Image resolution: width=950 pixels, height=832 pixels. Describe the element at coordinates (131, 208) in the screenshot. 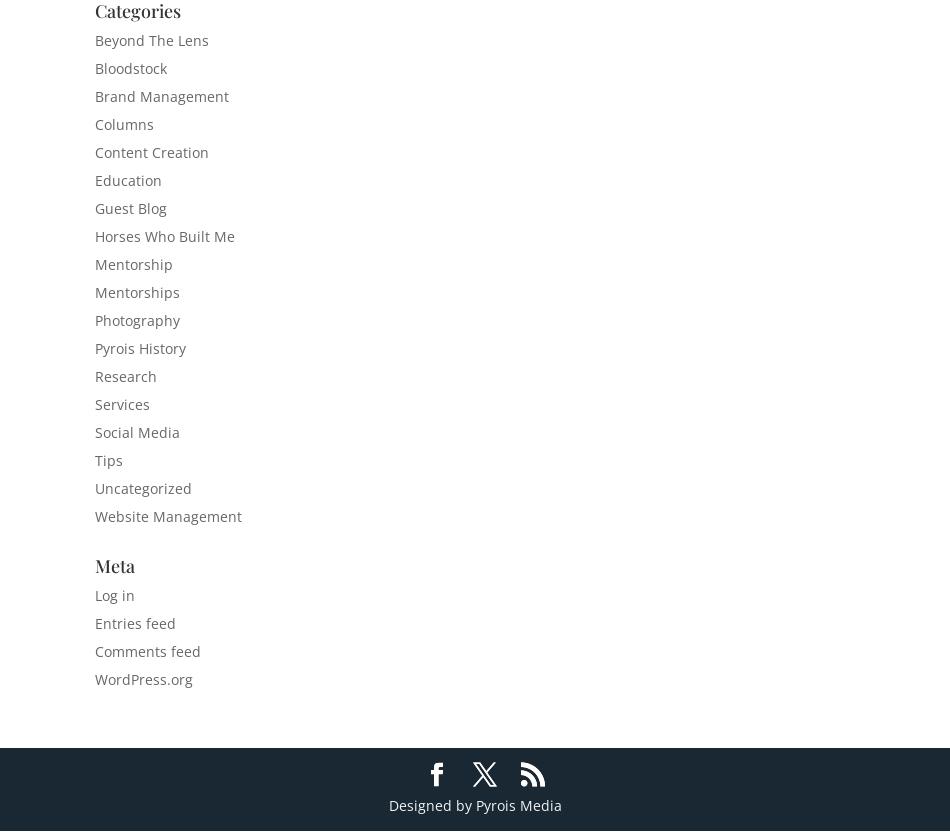

I see `'Guest Blog'` at that location.